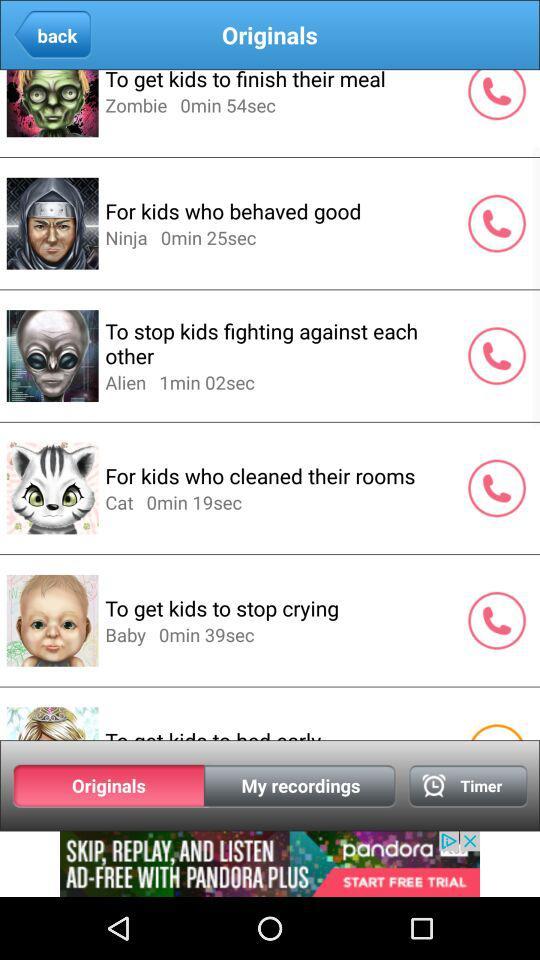  Describe the element at coordinates (52, 355) in the screenshot. I see `the third image which is before to stop kids fighting against each other` at that location.